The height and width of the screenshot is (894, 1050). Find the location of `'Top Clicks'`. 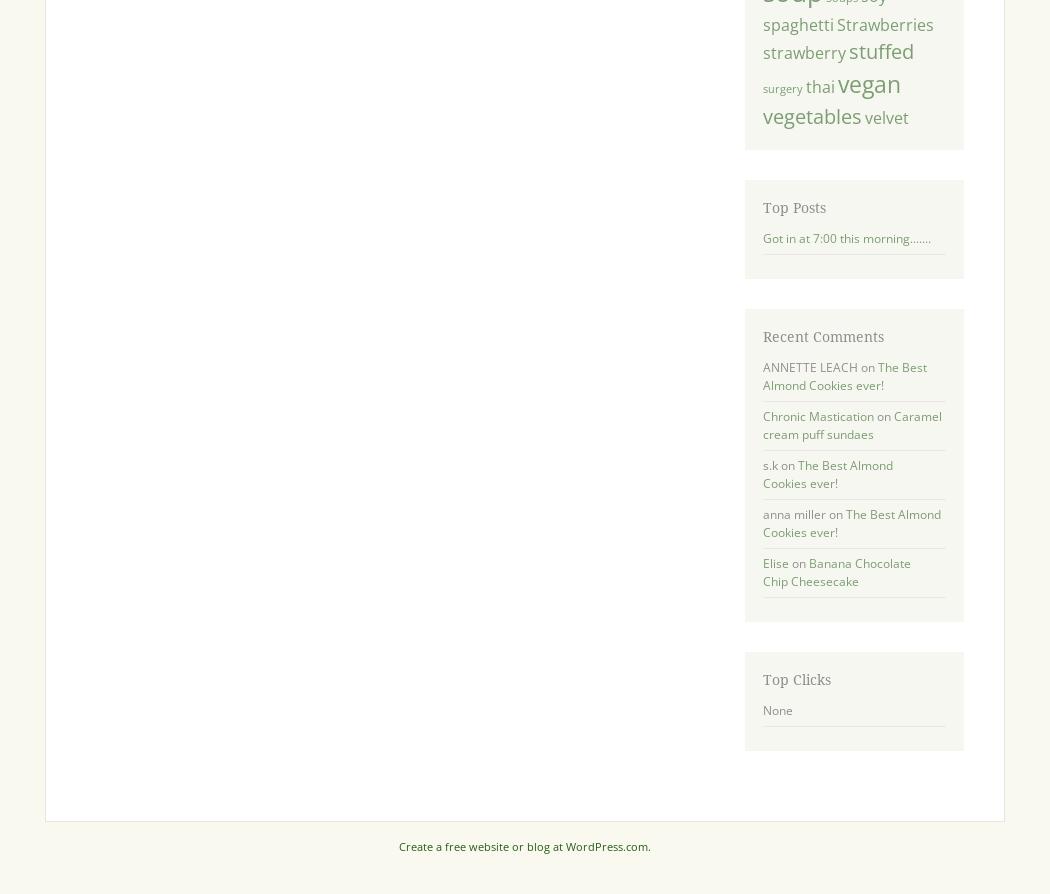

'Top Clicks' is located at coordinates (795, 678).